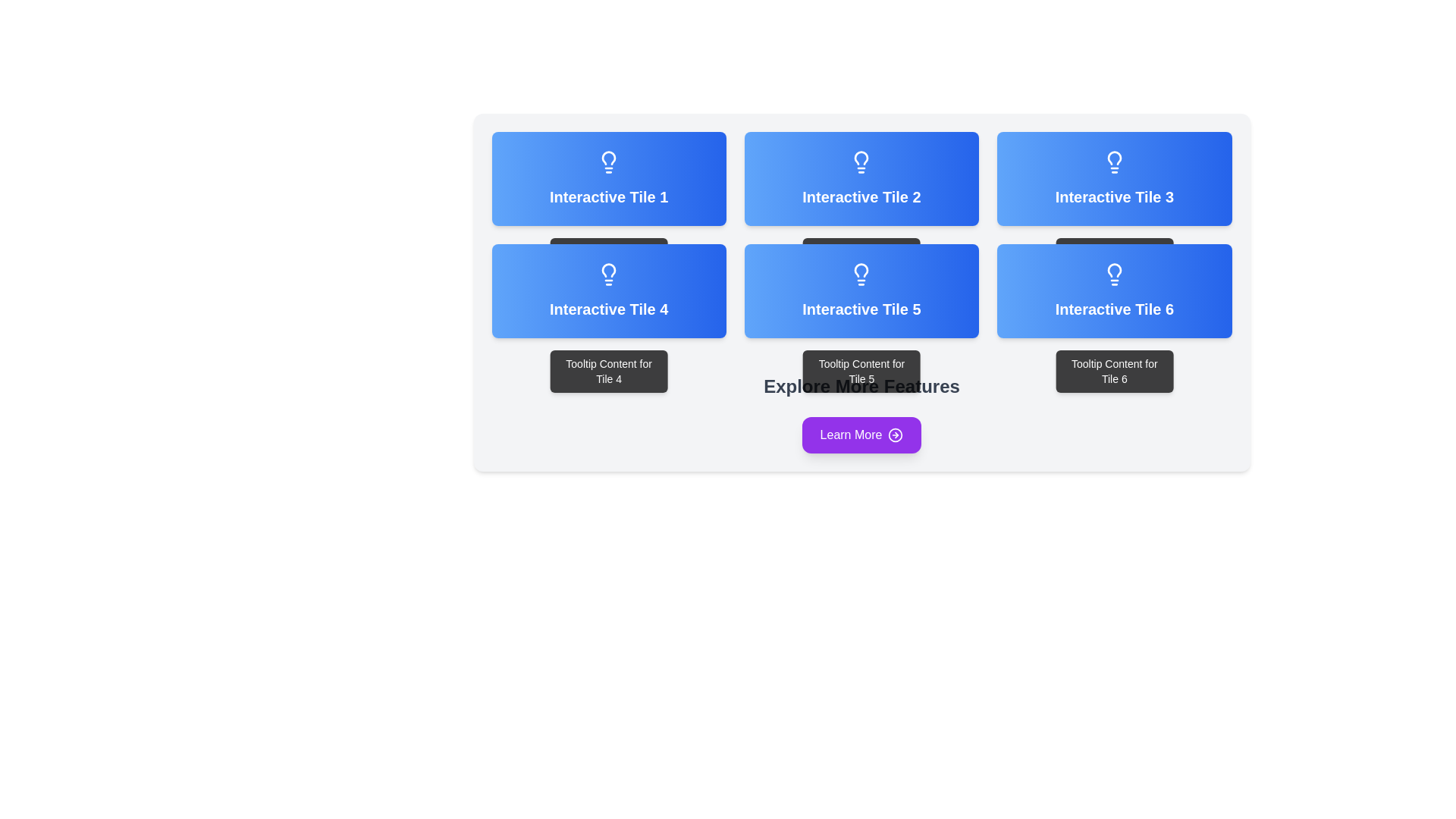 The width and height of the screenshot is (1456, 819). Describe the element at coordinates (609, 291) in the screenshot. I see `the Interactive Tile 4 which is a rectangular tile with a gradient blue background and a white light bulb icon above the text 'Interactive Tile 4' in bold white font` at that location.